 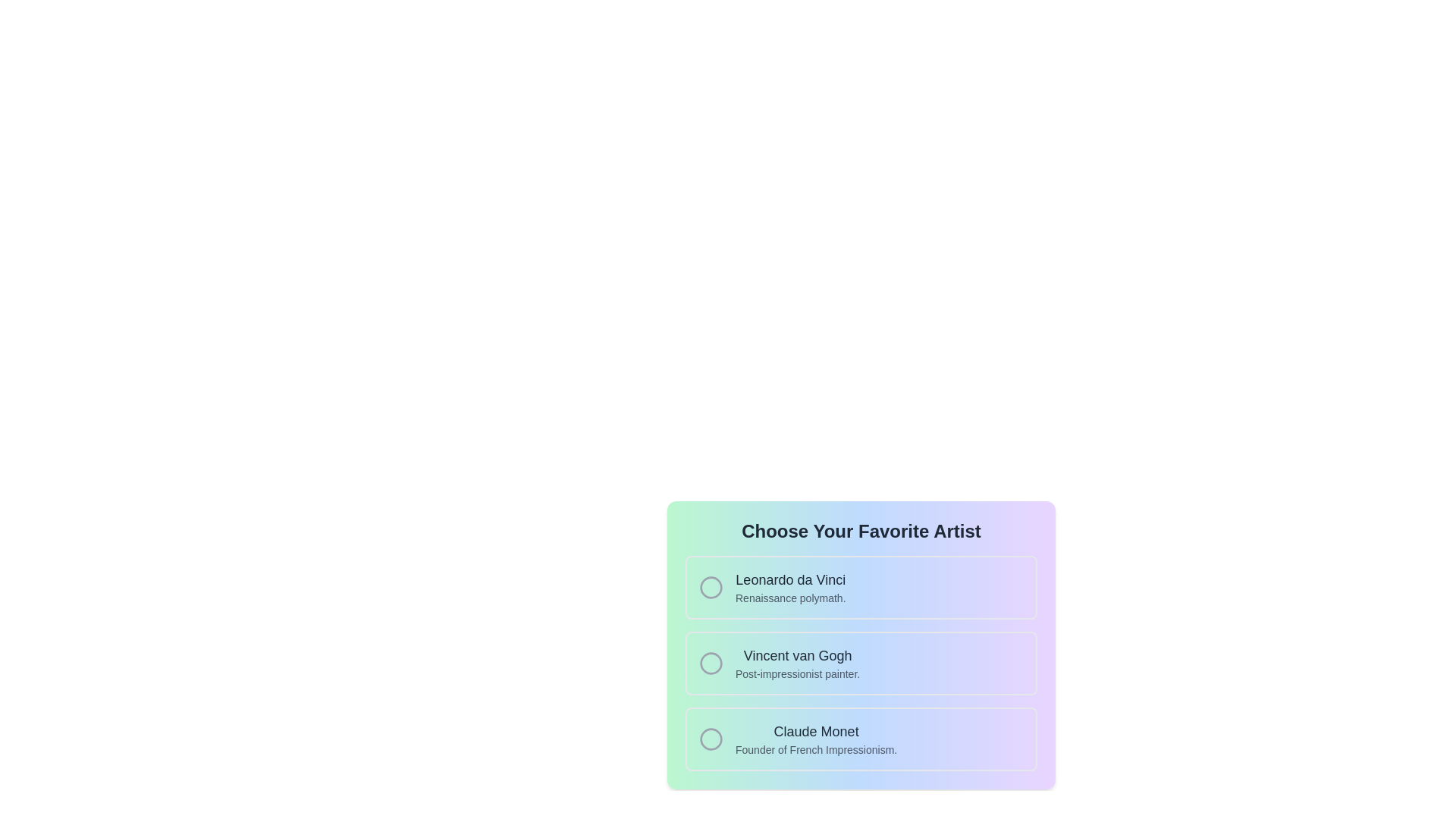 I want to click on the label displaying 'Renaissance polymath.' which is located directly below the title 'Leonardo da Vinci' in a vertical list of selectable items, so click(x=789, y=598).